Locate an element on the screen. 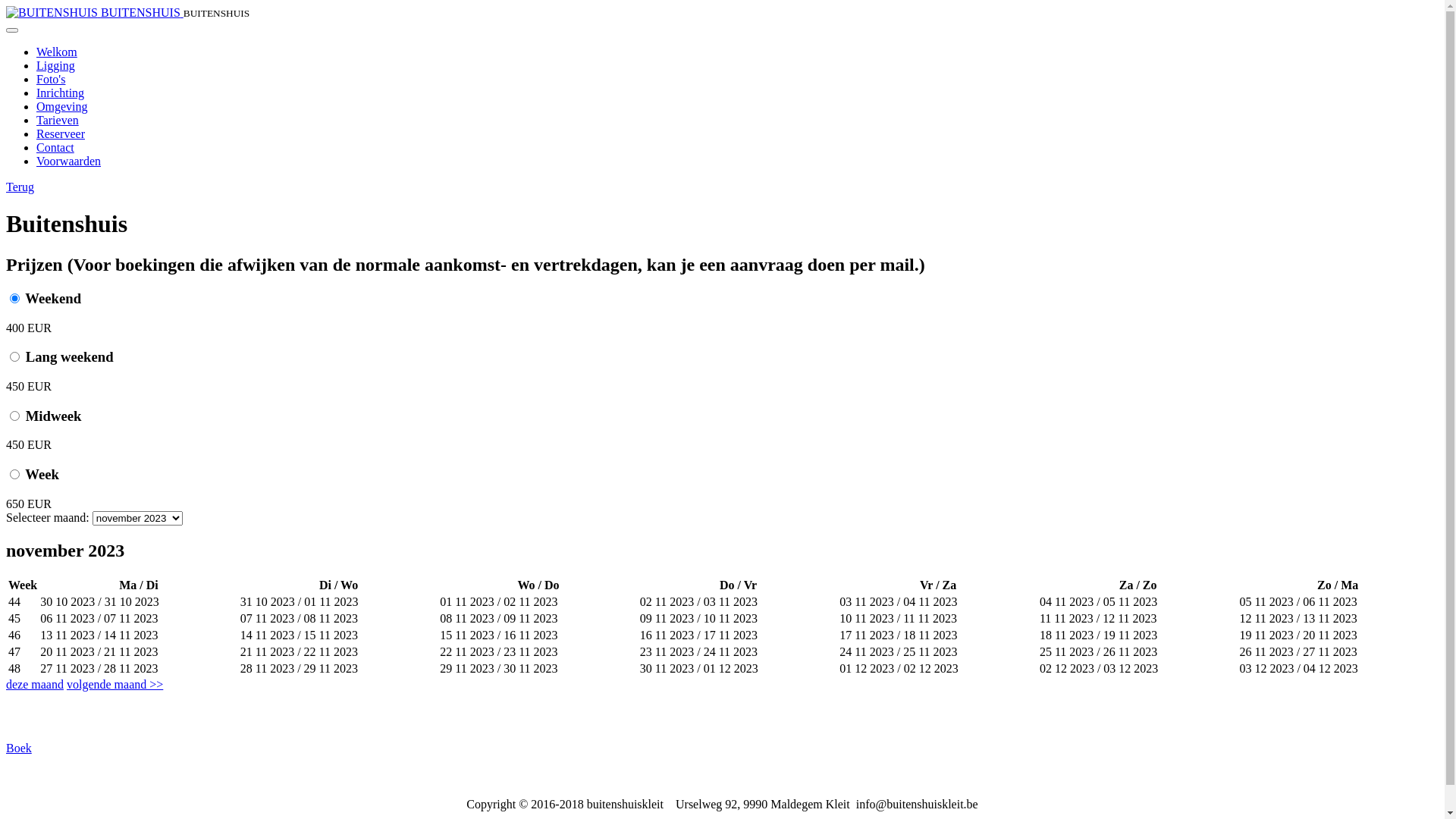 This screenshot has height=819, width=1456. 'Ligging' is located at coordinates (55, 64).